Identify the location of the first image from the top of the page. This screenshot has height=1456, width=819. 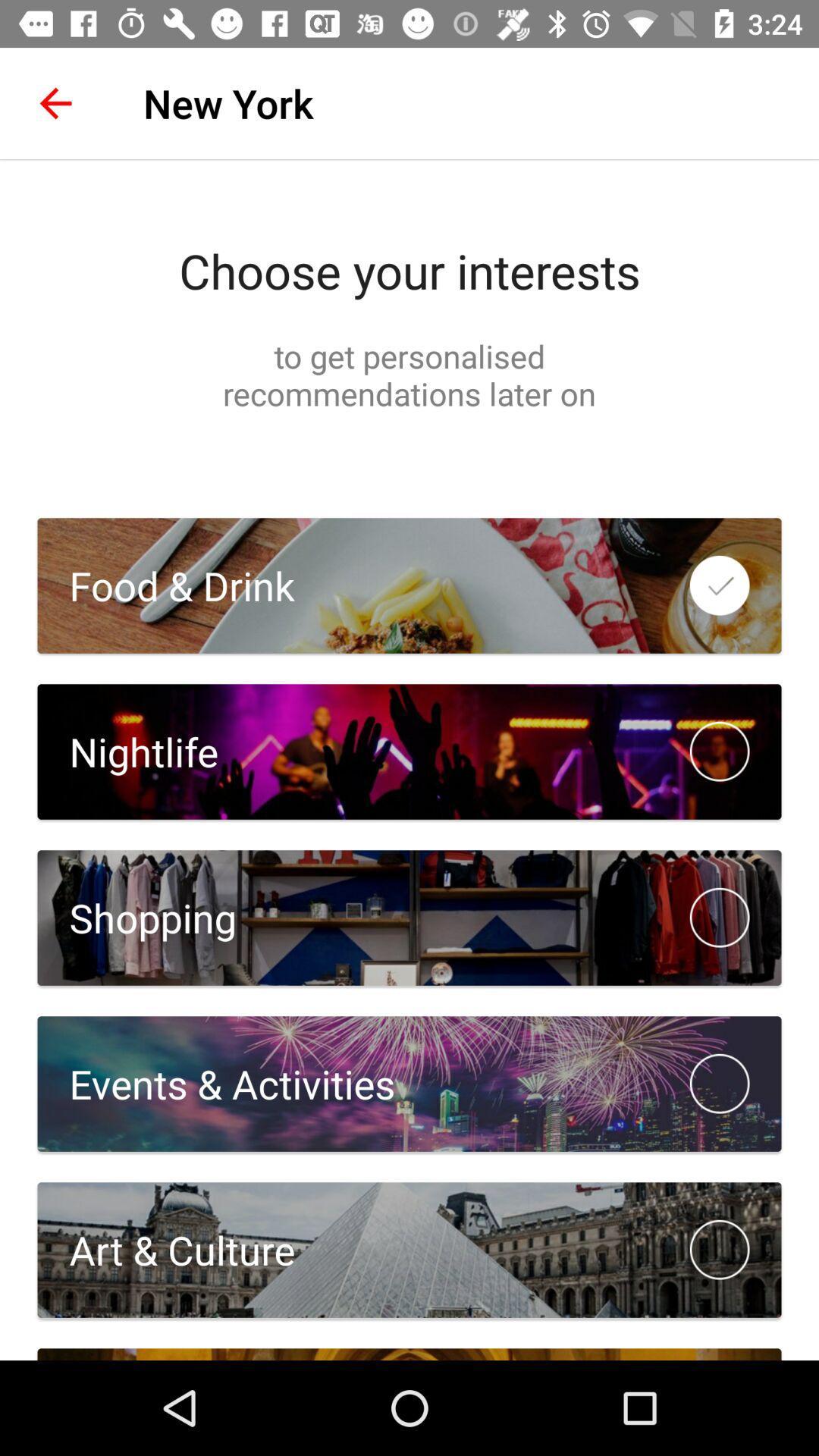
(409, 585).